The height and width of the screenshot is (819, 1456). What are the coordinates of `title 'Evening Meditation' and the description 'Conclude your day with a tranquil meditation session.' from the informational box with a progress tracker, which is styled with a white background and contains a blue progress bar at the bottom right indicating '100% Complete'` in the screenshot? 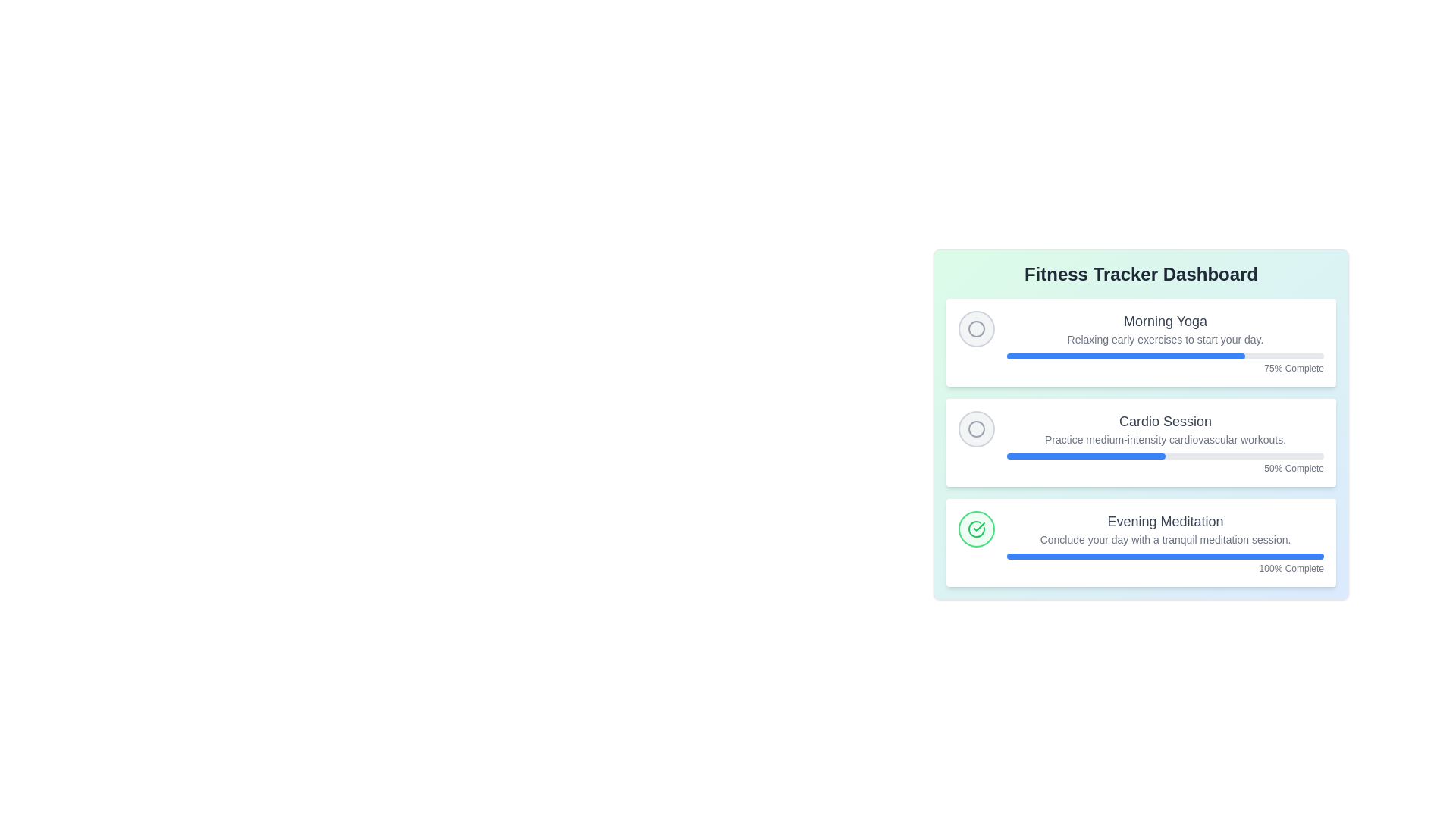 It's located at (1141, 542).